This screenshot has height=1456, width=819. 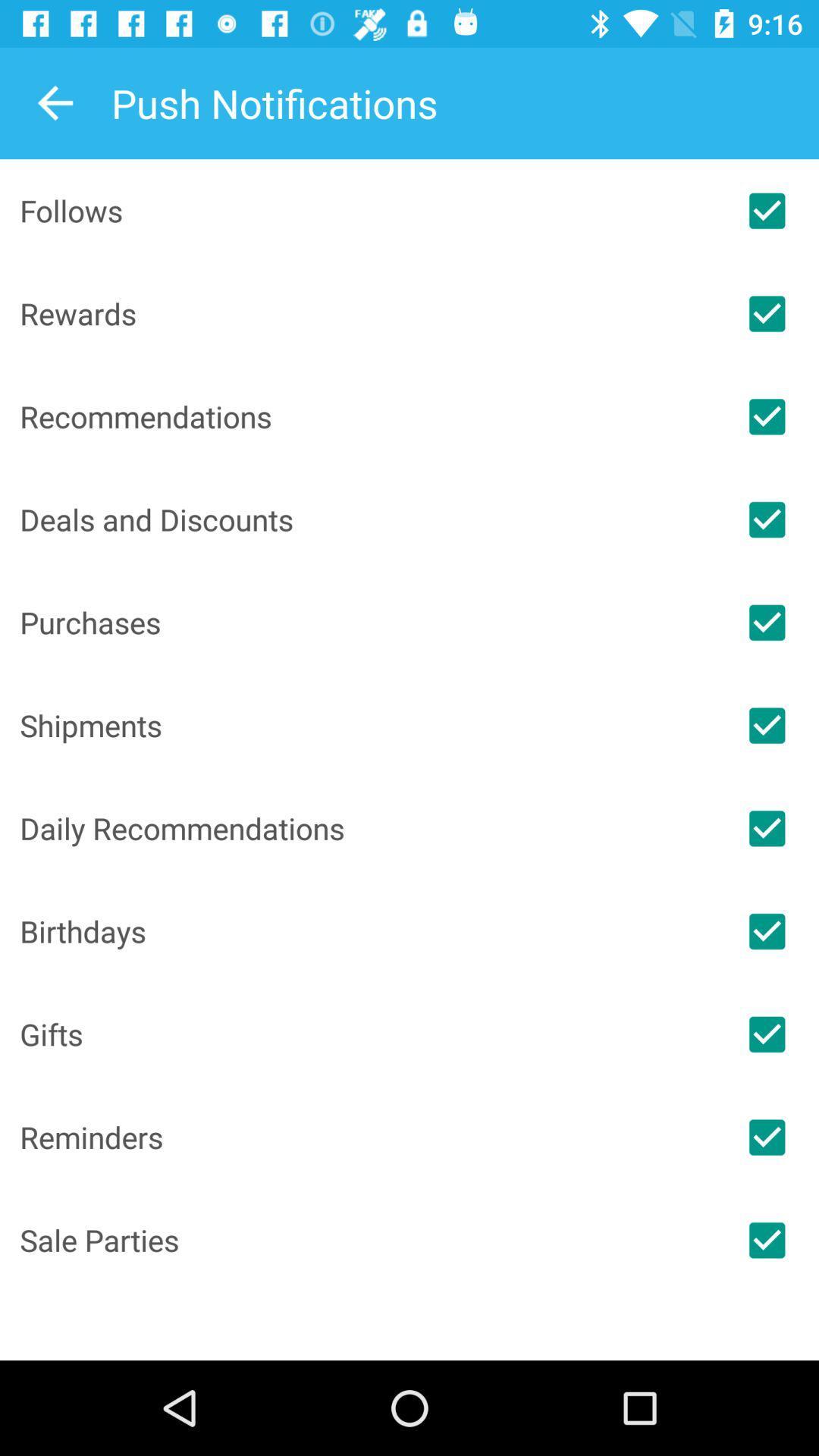 What do you see at coordinates (367, 209) in the screenshot?
I see `the item above the rewards` at bounding box center [367, 209].